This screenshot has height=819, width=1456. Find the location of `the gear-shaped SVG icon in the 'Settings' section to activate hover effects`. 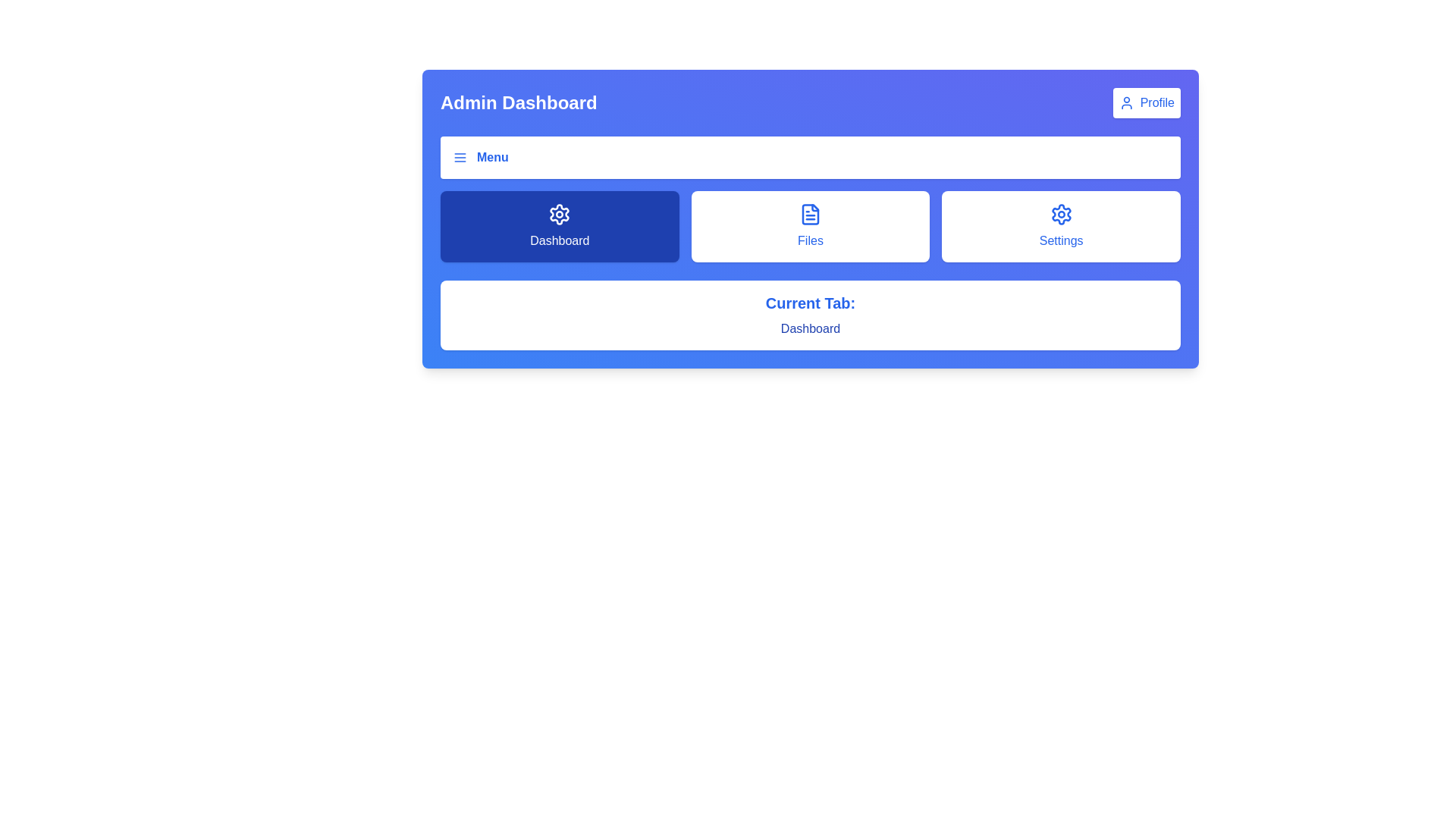

the gear-shaped SVG icon in the 'Settings' section to activate hover effects is located at coordinates (1060, 214).